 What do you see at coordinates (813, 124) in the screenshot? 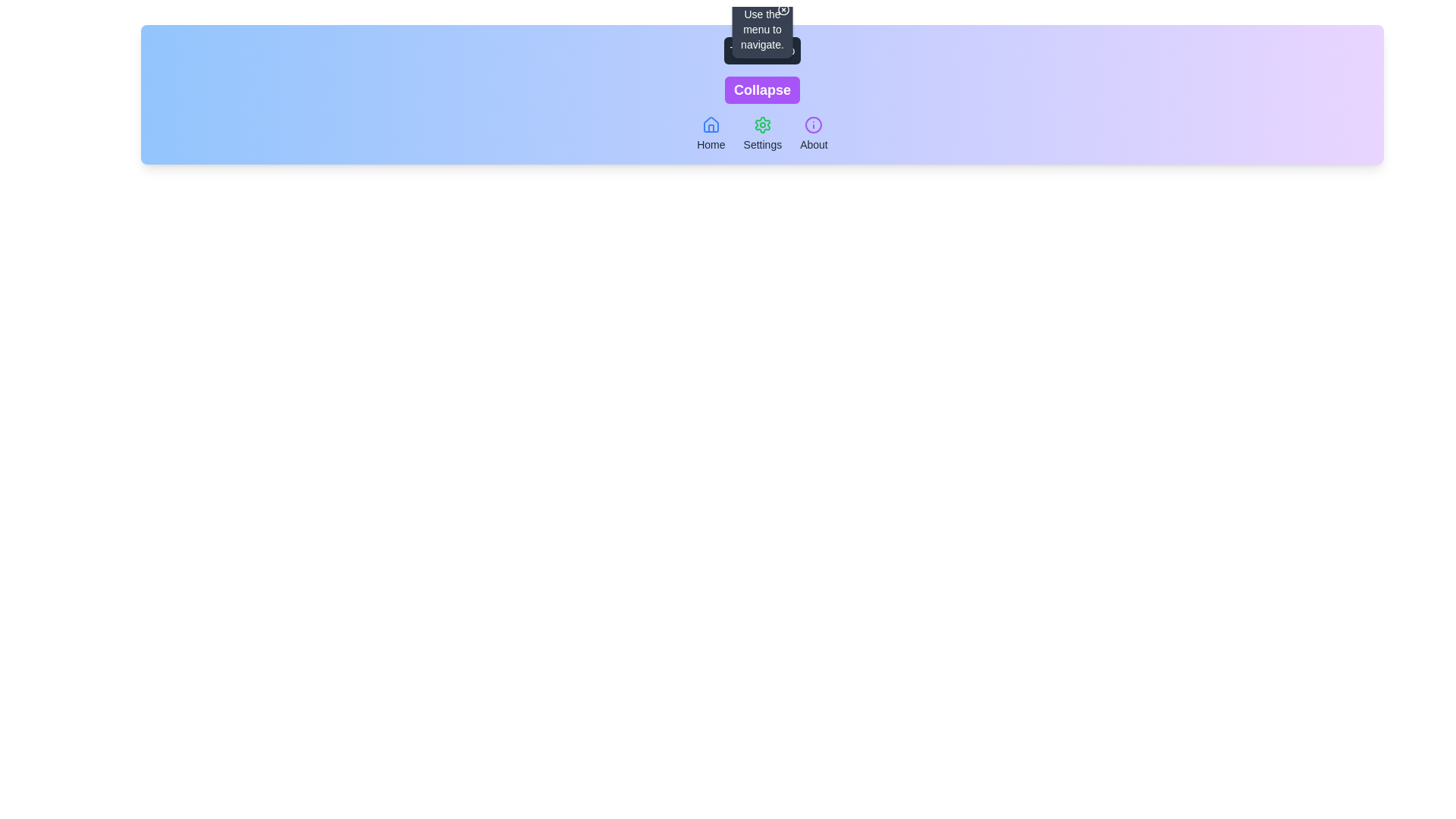
I see `the 'About' icon located in the top navigation bar, positioned to the right of the 'Settings' section` at bounding box center [813, 124].